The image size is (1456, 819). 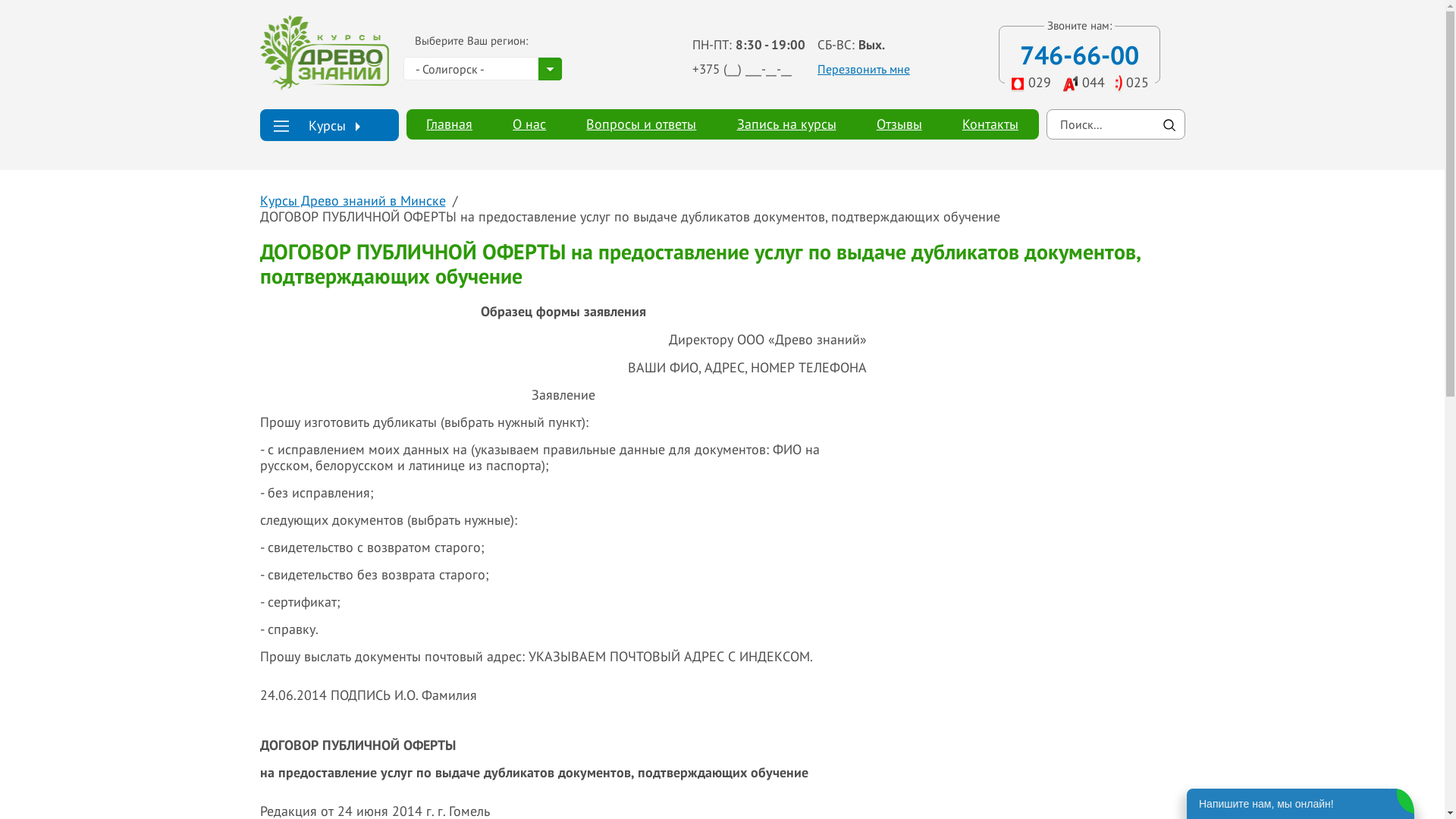 I want to click on '746-66-00', so click(x=1078, y=54).